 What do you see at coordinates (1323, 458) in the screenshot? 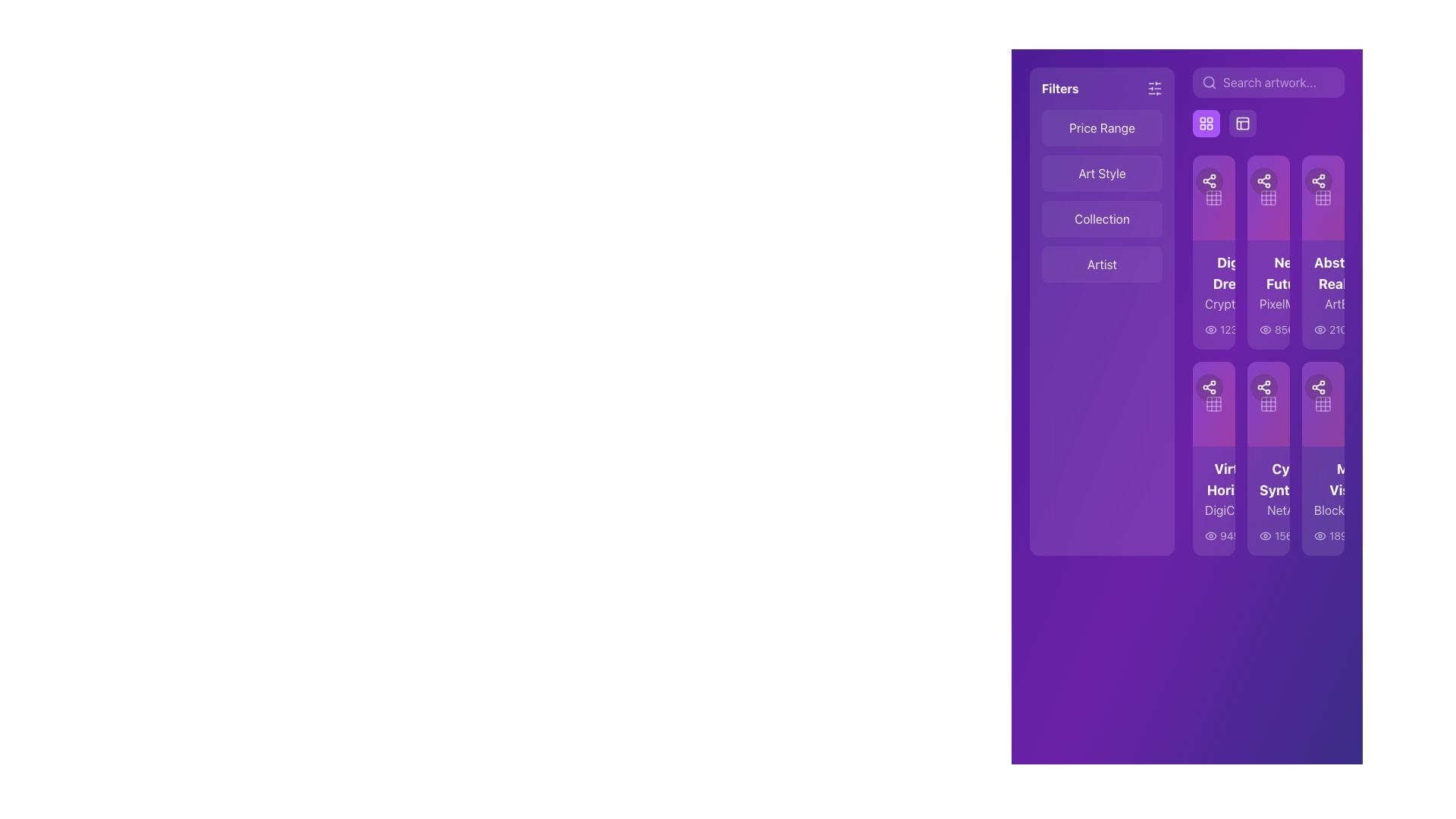
I see `the bottom-right card in a grid layout, located in the rightmost column and the third row` at bounding box center [1323, 458].